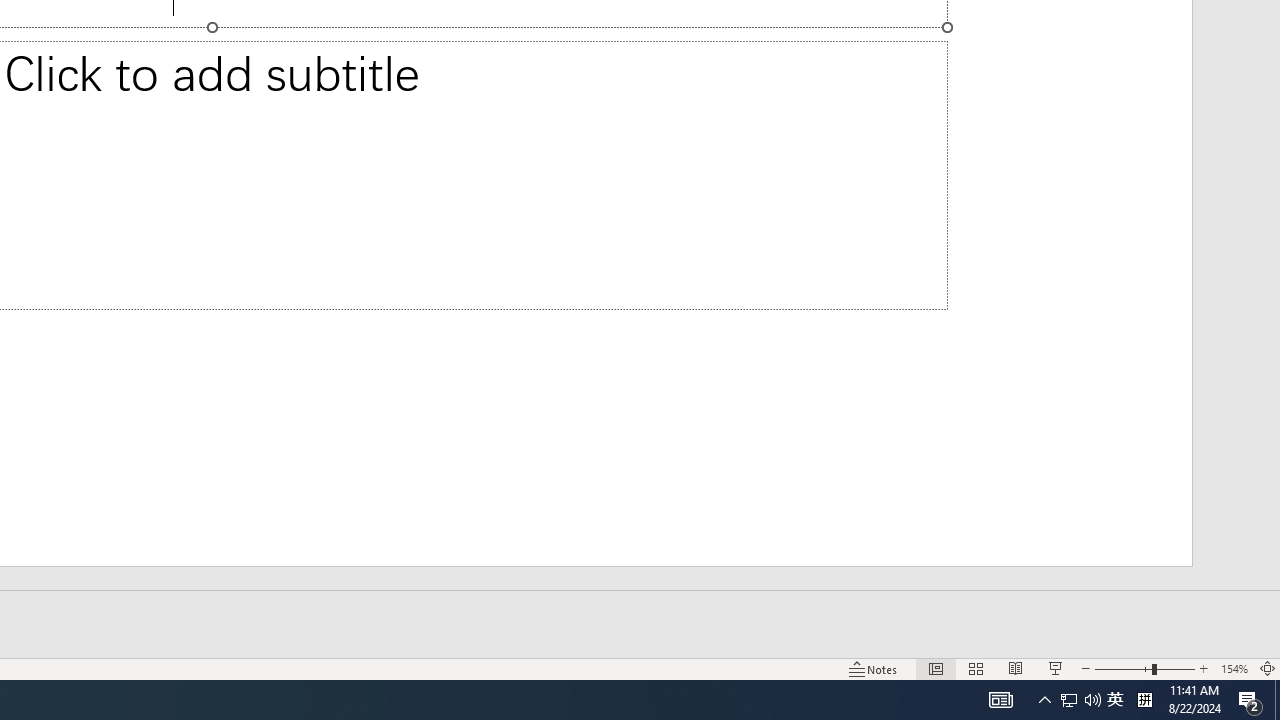 The width and height of the screenshot is (1280, 720). Describe the element at coordinates (1233, 669) in the screenshot. I see `'Zoom 154%'` at that location.